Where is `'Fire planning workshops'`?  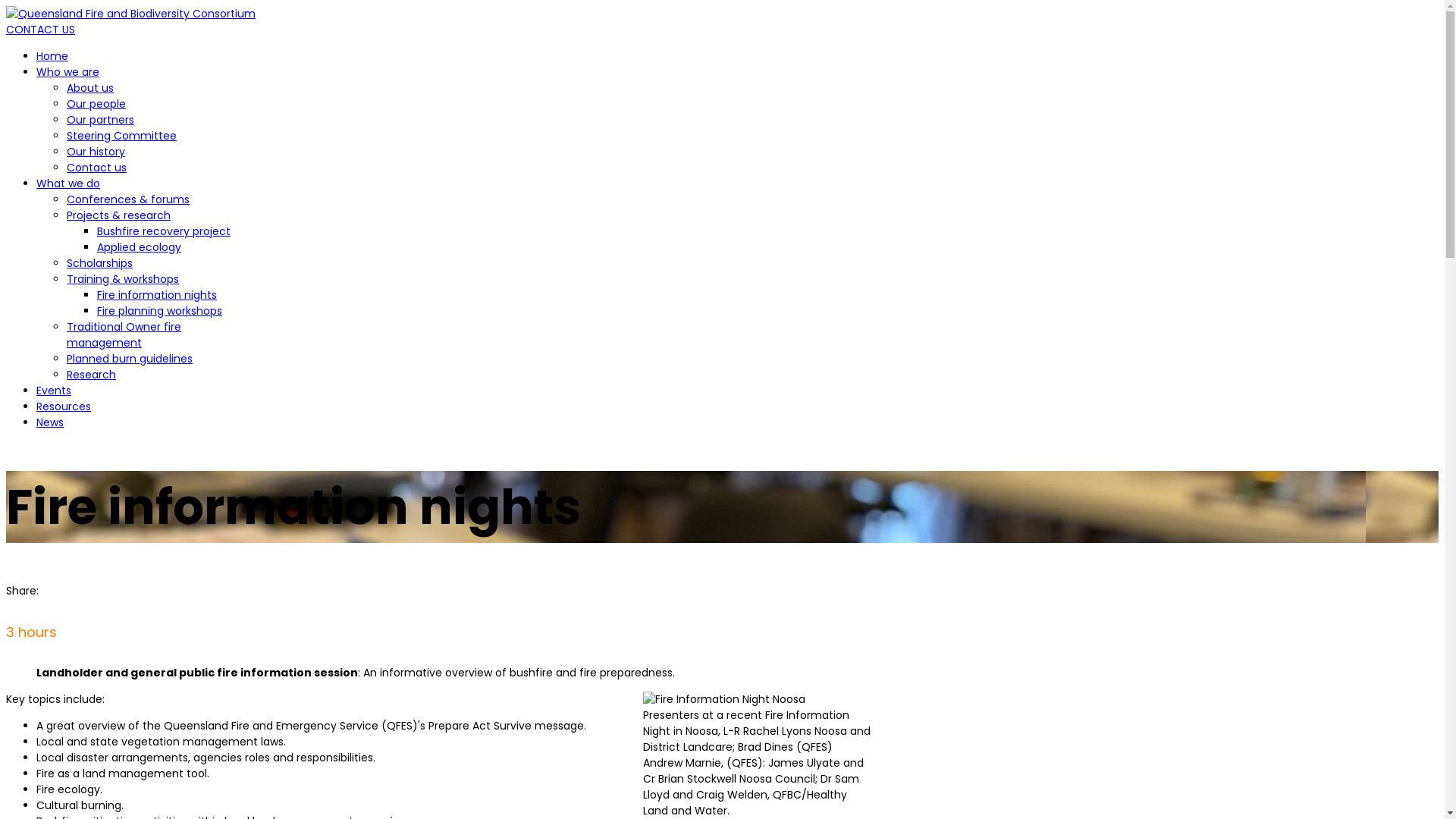 'Fire planning workshops' is located at coordinates (159, 309).